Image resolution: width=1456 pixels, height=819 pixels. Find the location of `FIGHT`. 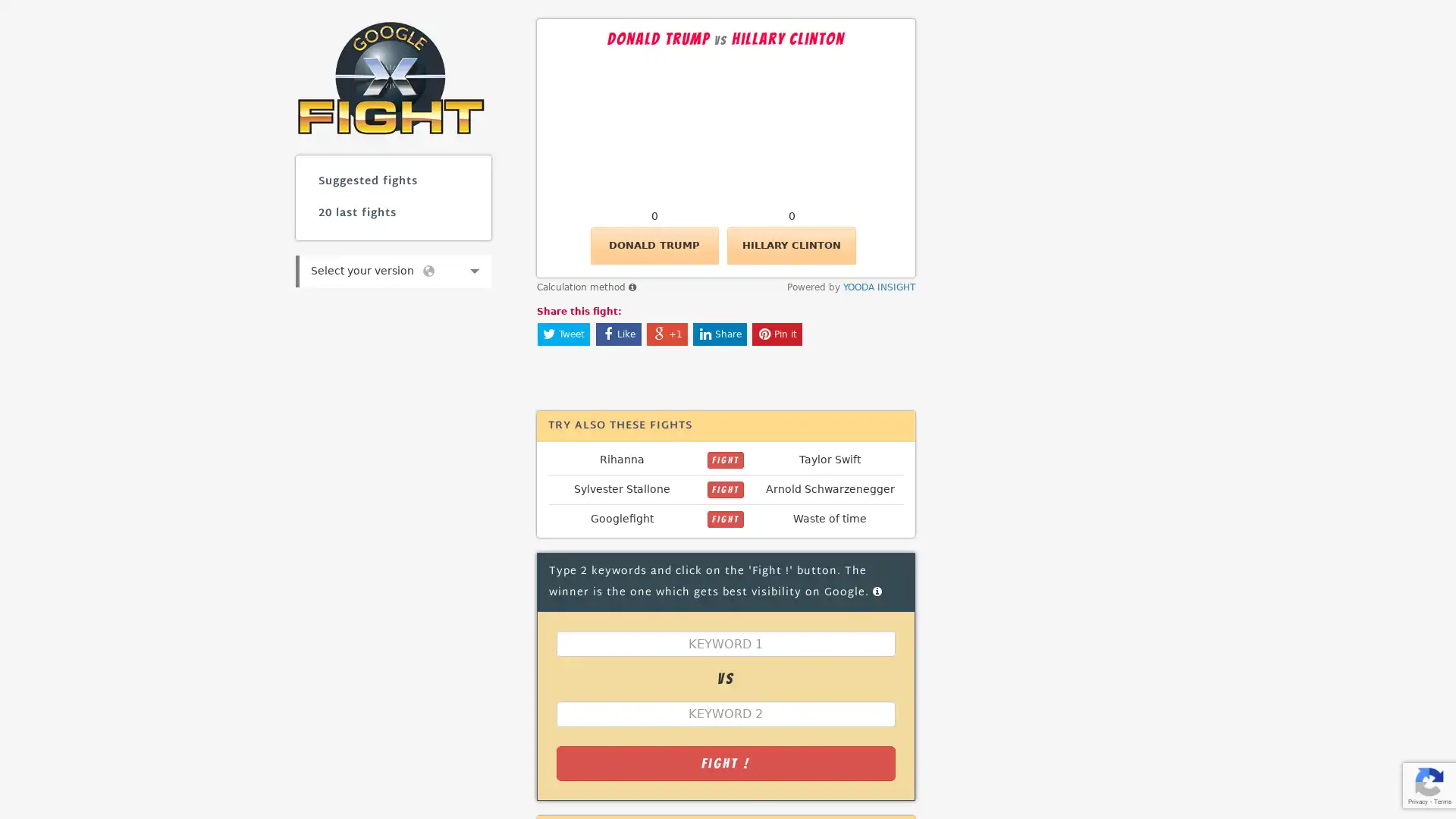

FIGHT is located at coordinates (724, 519).